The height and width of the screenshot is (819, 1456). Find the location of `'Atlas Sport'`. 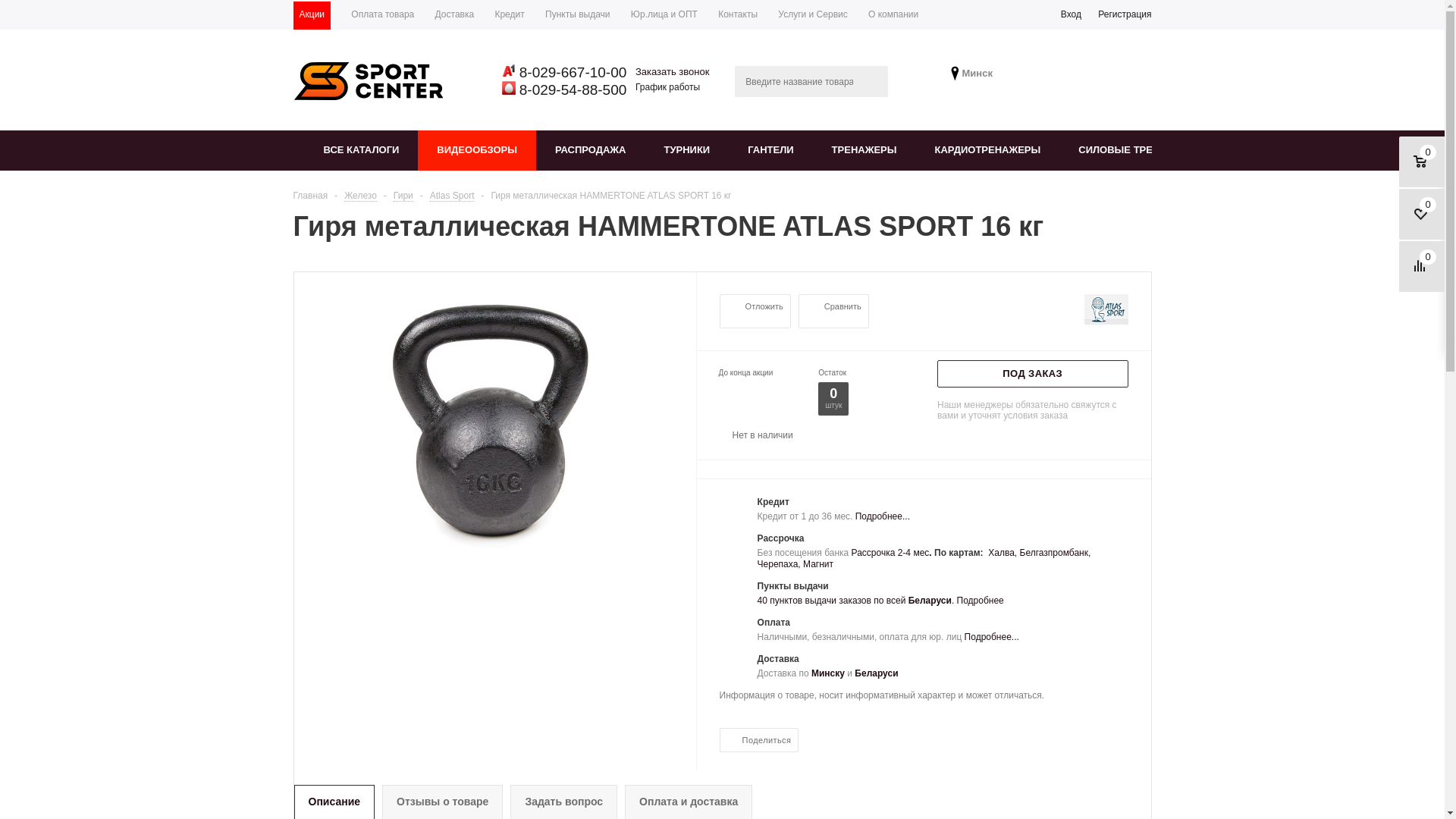

'Atlas Sport' is located at coordinates (428, 194).